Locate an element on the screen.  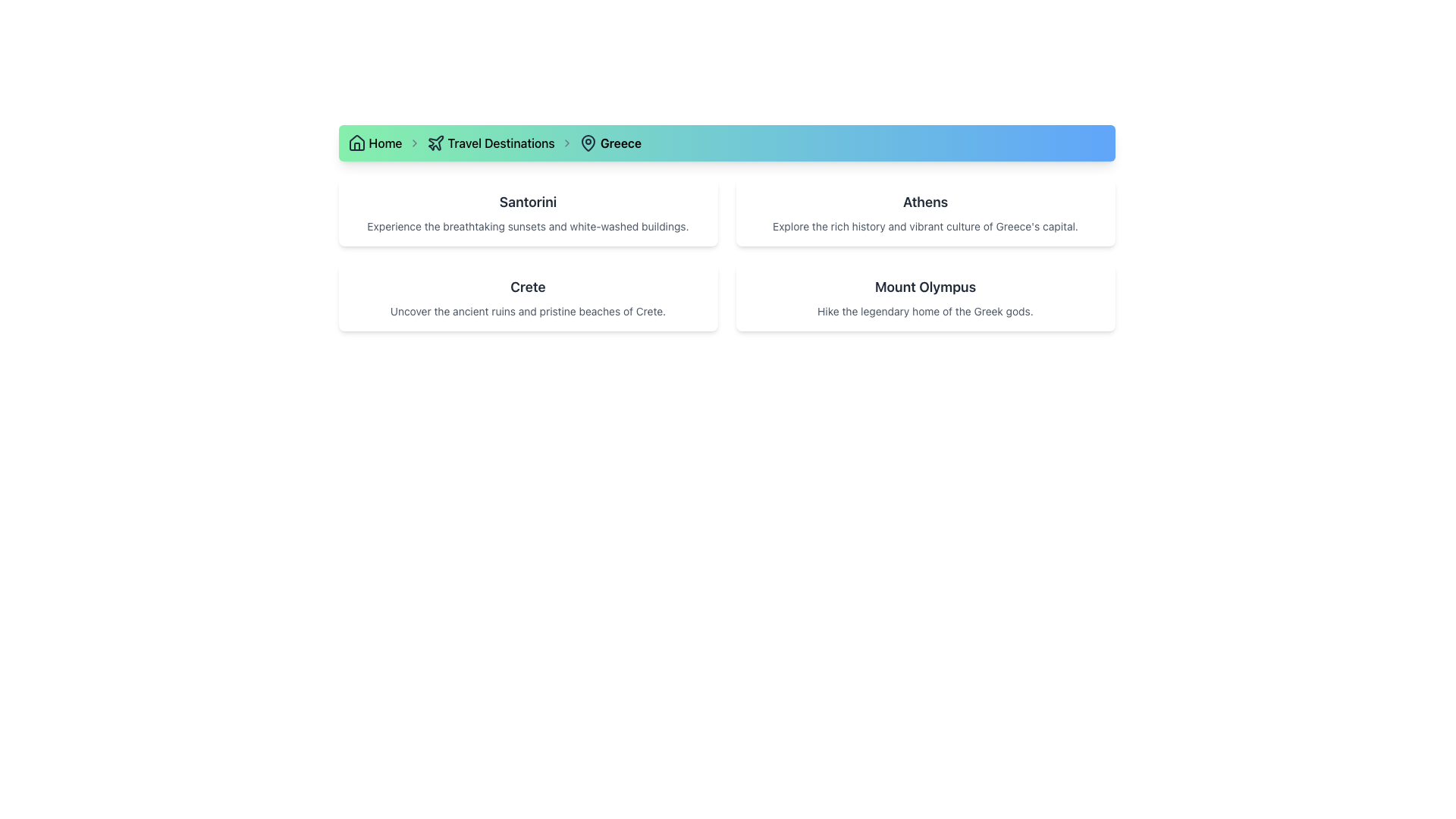
the Breadcrumb Navigation Bar, which serves as a breadcrumb navigation tool for users to understand their location within a hierarchical structure is located at coordinates (726, 143).